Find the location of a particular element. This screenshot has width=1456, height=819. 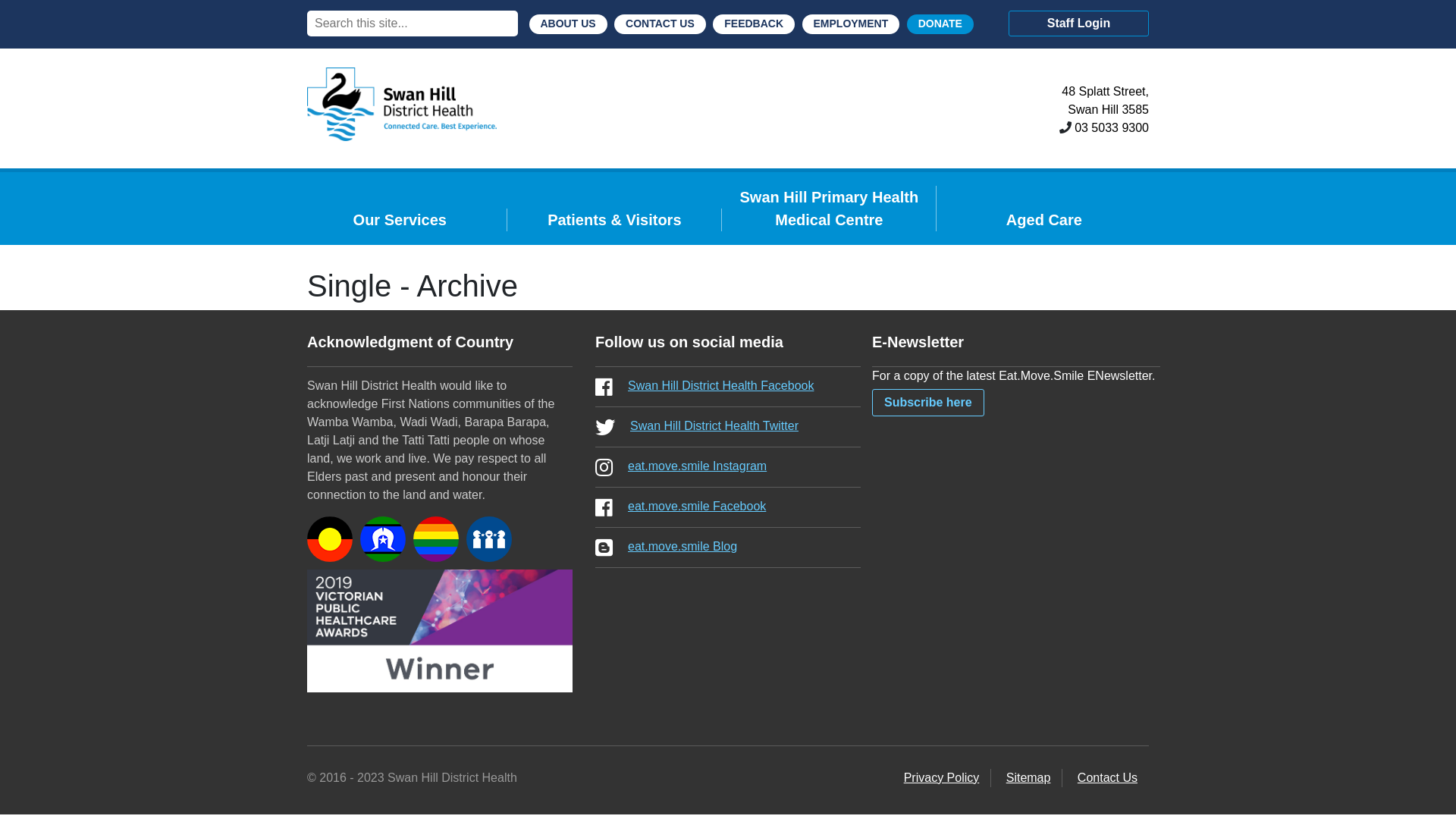

'Sitemap' is located at coordinates (1028, 777).